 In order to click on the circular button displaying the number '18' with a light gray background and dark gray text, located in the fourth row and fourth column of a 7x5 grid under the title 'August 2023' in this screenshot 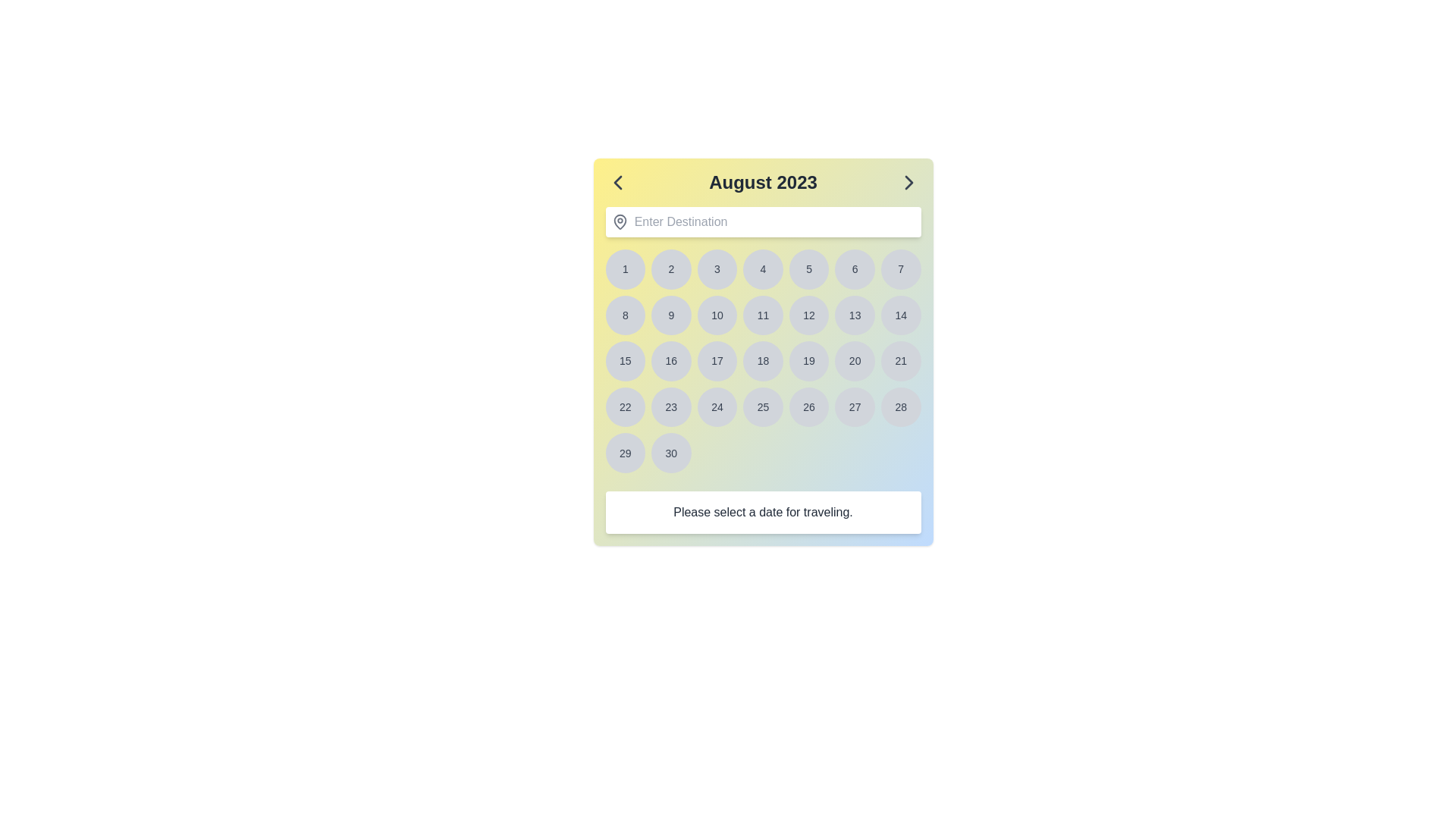, I will do `click(763, 361)`.